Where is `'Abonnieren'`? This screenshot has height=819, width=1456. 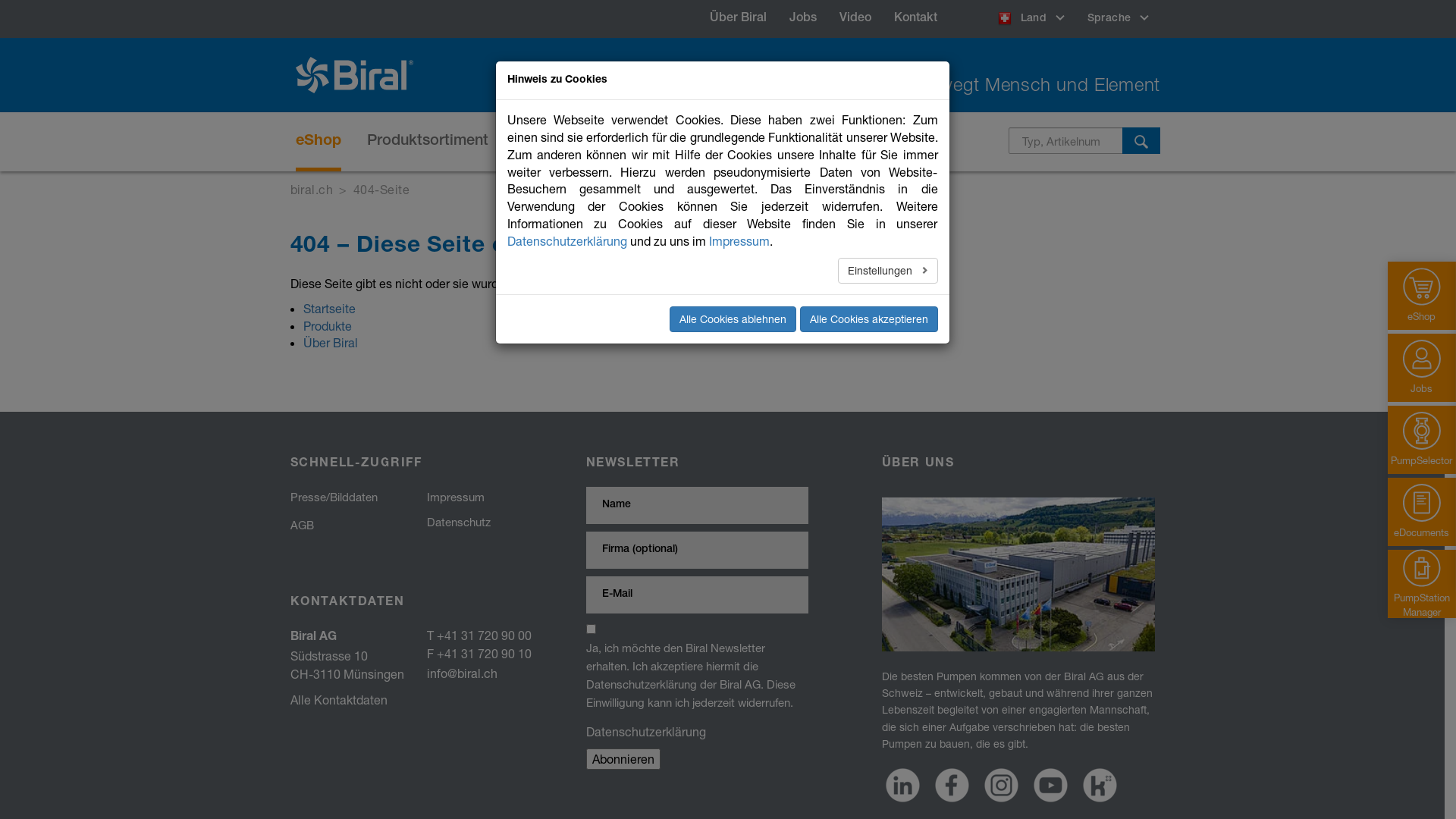
'Abonnieren' is located at coordinates (622, 758).